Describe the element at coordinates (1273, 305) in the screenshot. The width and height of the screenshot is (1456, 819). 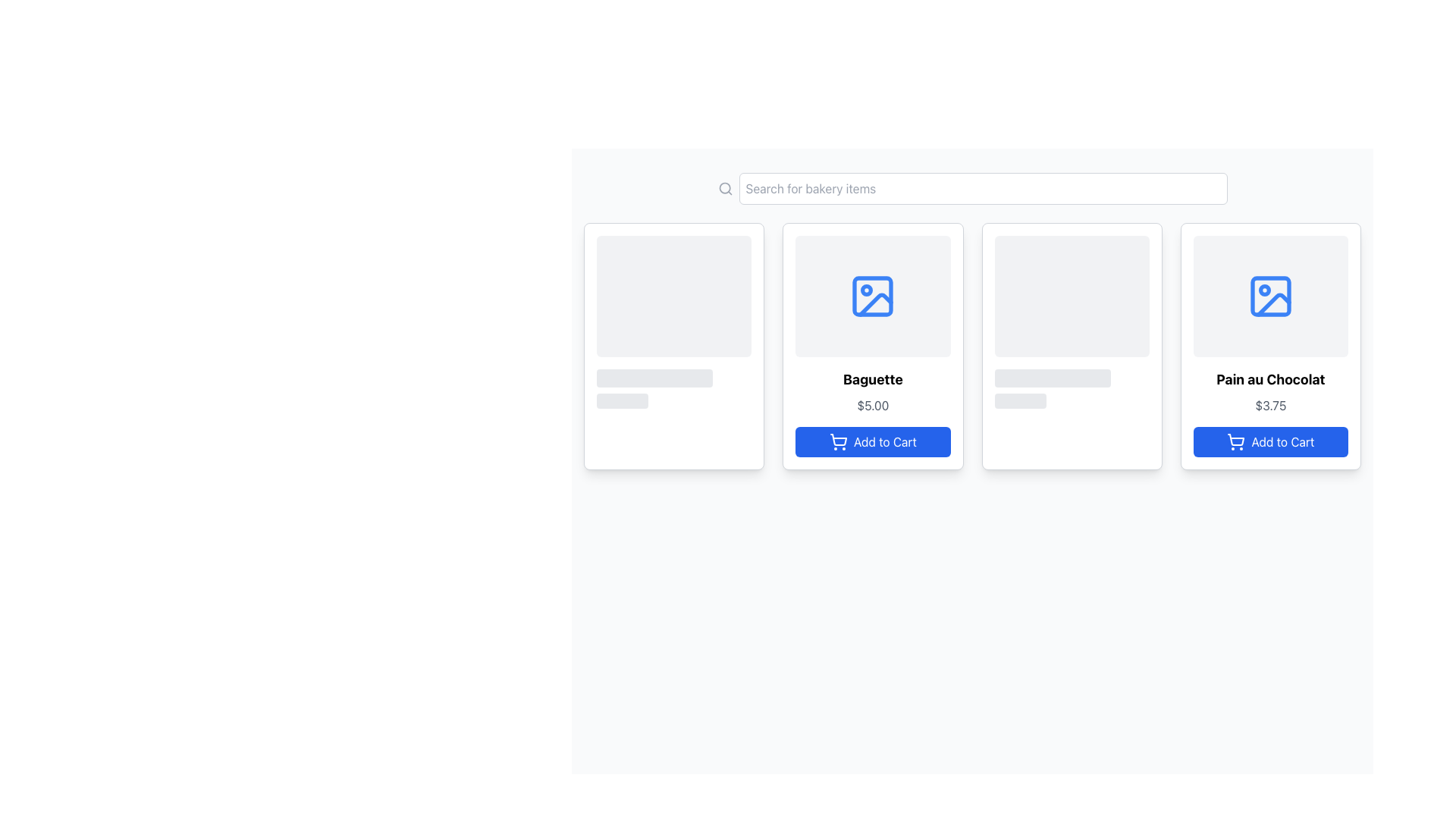
I see `the decorative triangle icon located at the bottom-right corner of the 'Pain au Chocolat' product card` at that location.